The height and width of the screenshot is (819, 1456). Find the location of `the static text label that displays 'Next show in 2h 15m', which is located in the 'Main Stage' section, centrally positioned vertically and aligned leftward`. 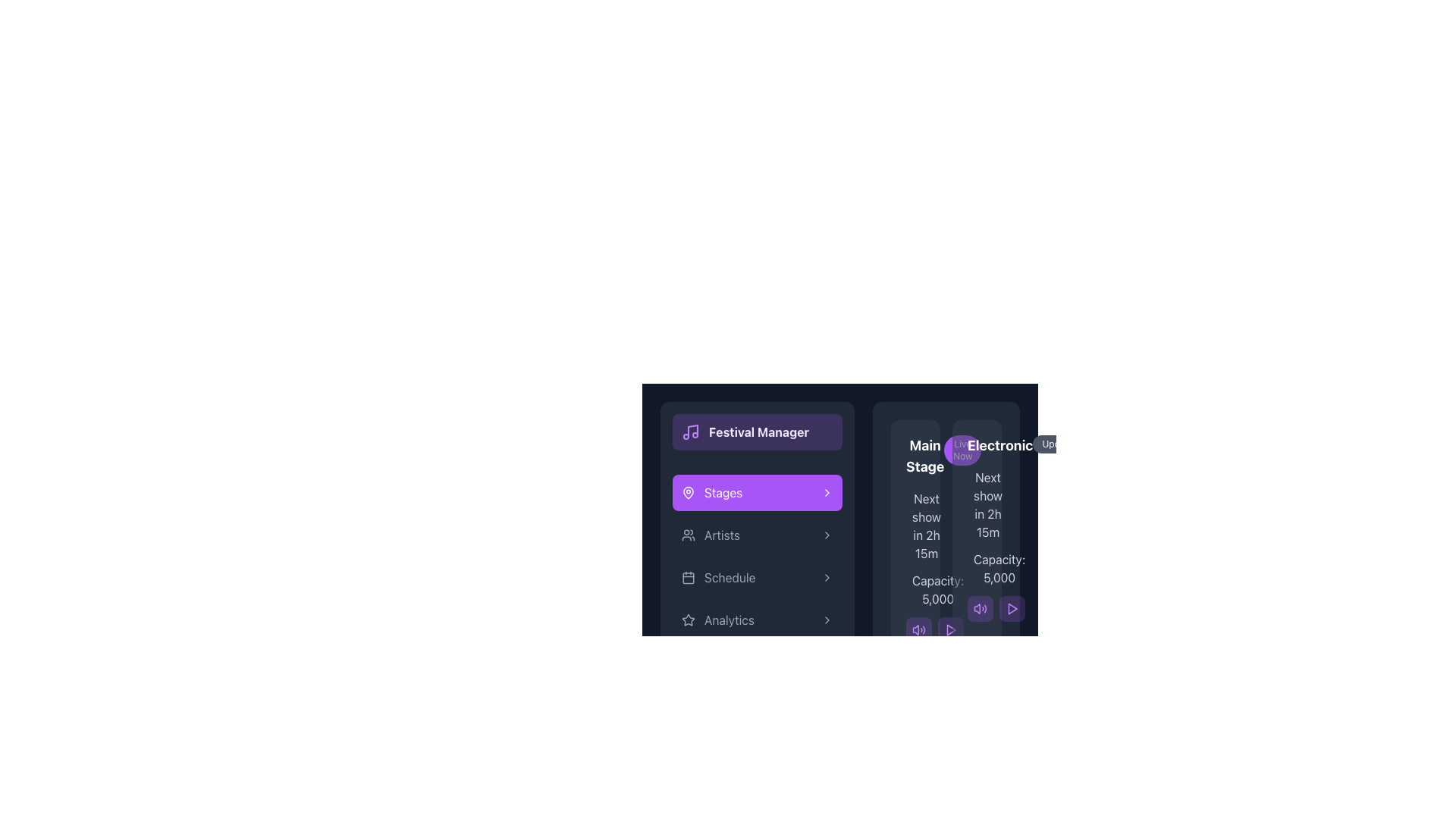

the static text label that displays 'Next show in 2h 15m', which is located in the 'Main Stage' section, centrally positioned vertically and aligned leftward is located at coordinates (926, 526).